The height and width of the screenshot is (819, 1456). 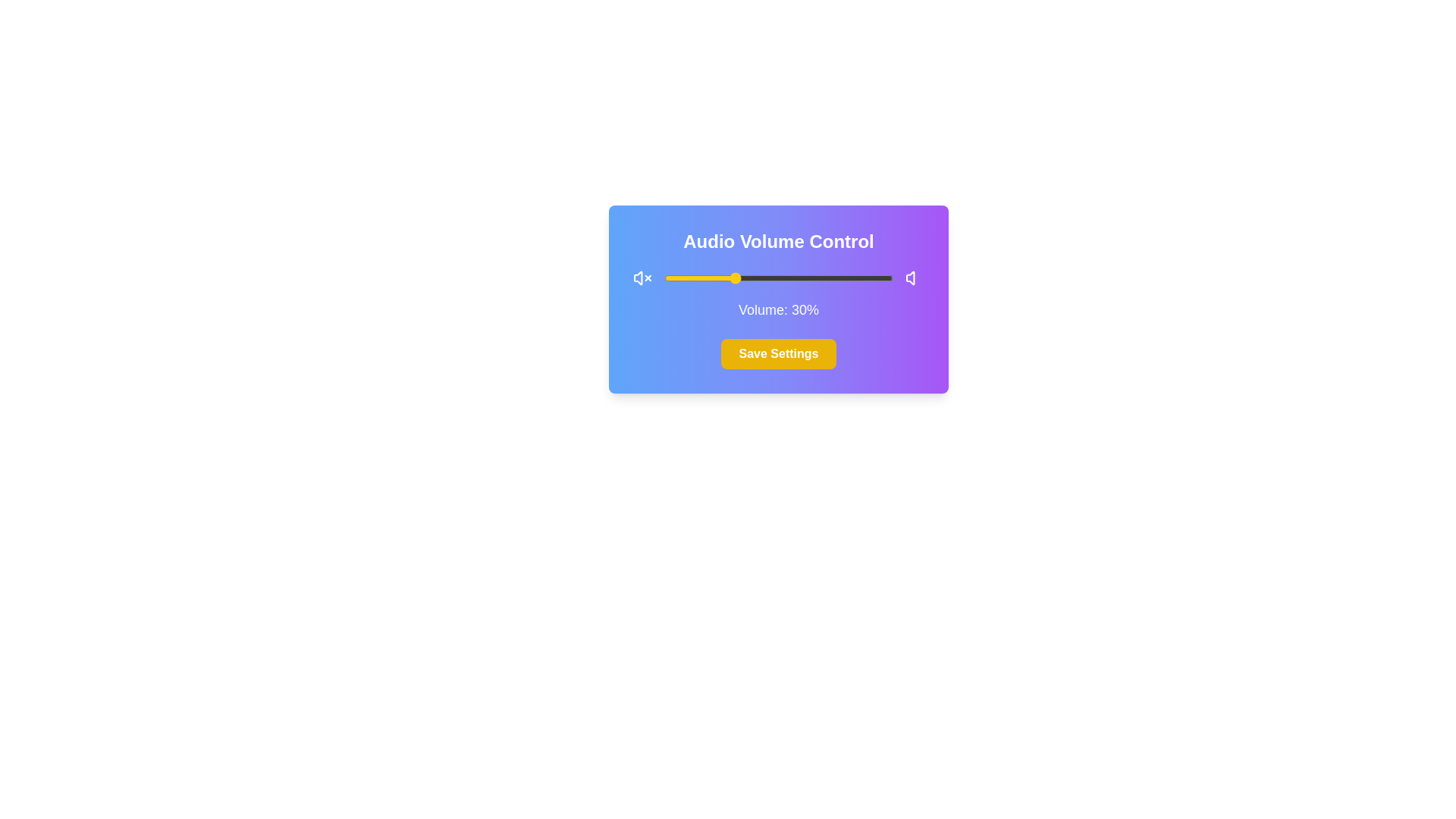 What do you see at coordinates (779, 353) in the screenshot?
I see `'Save Settings' button to save the current audio volume settings` at bounding box center [779, 353].